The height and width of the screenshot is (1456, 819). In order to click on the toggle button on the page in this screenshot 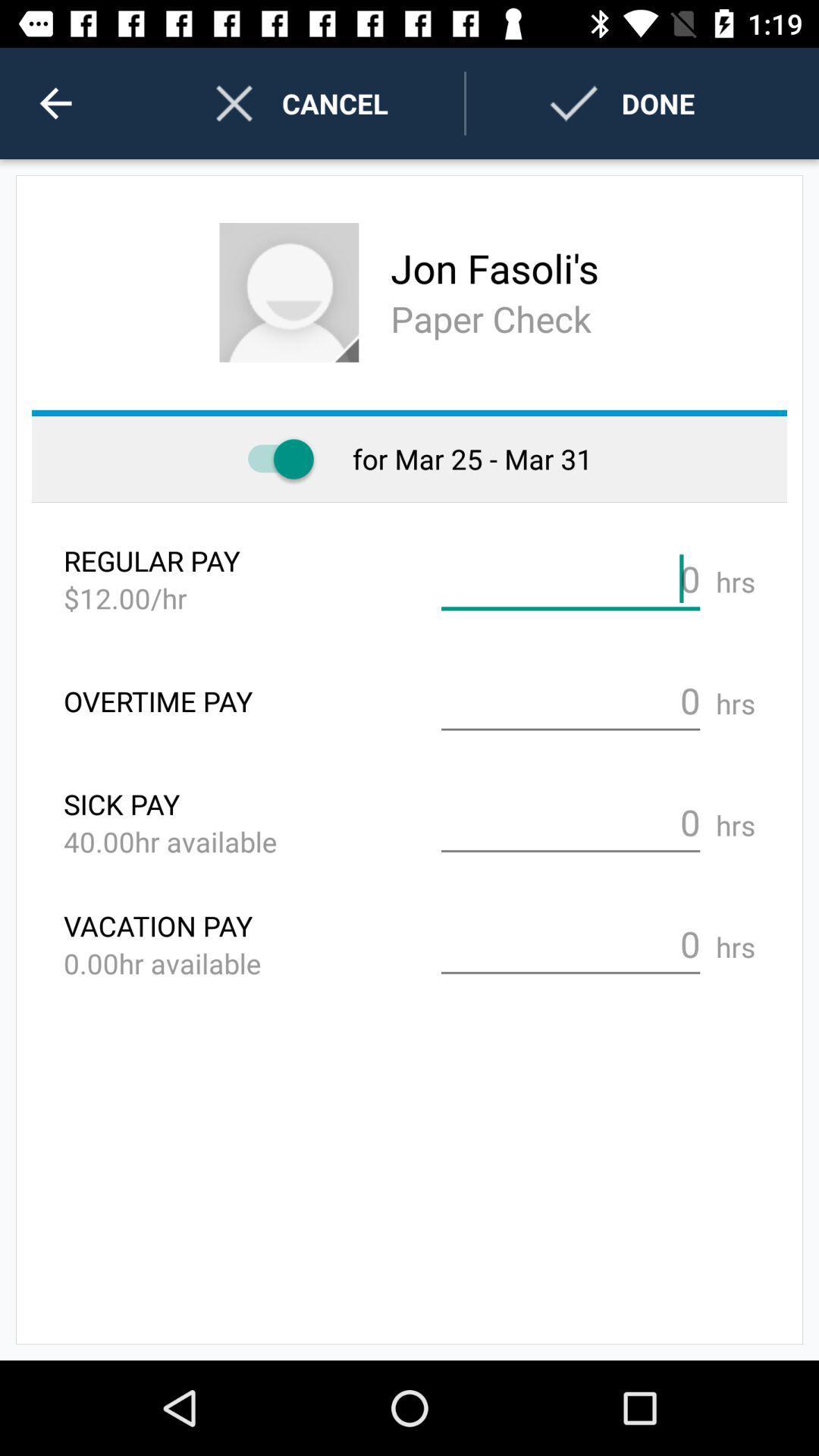, I will do `click(274, 458)`.